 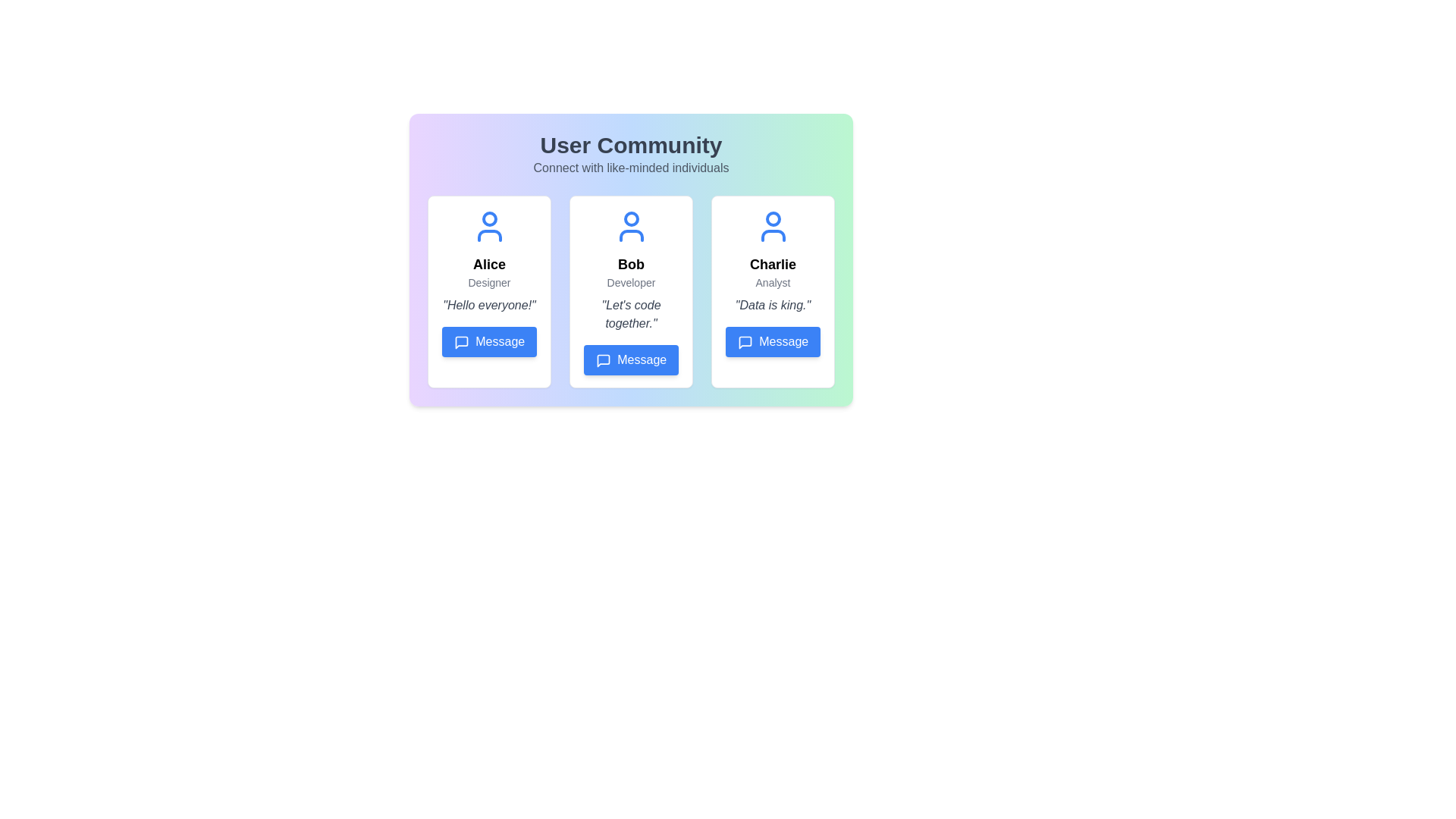 What do you see at coordinates (631, 219) in the screenshot?
I see `the transparent SVG Circle element that outlines the middle user icon for 'Bob' in the user list section` at bounding box center [631, 219].